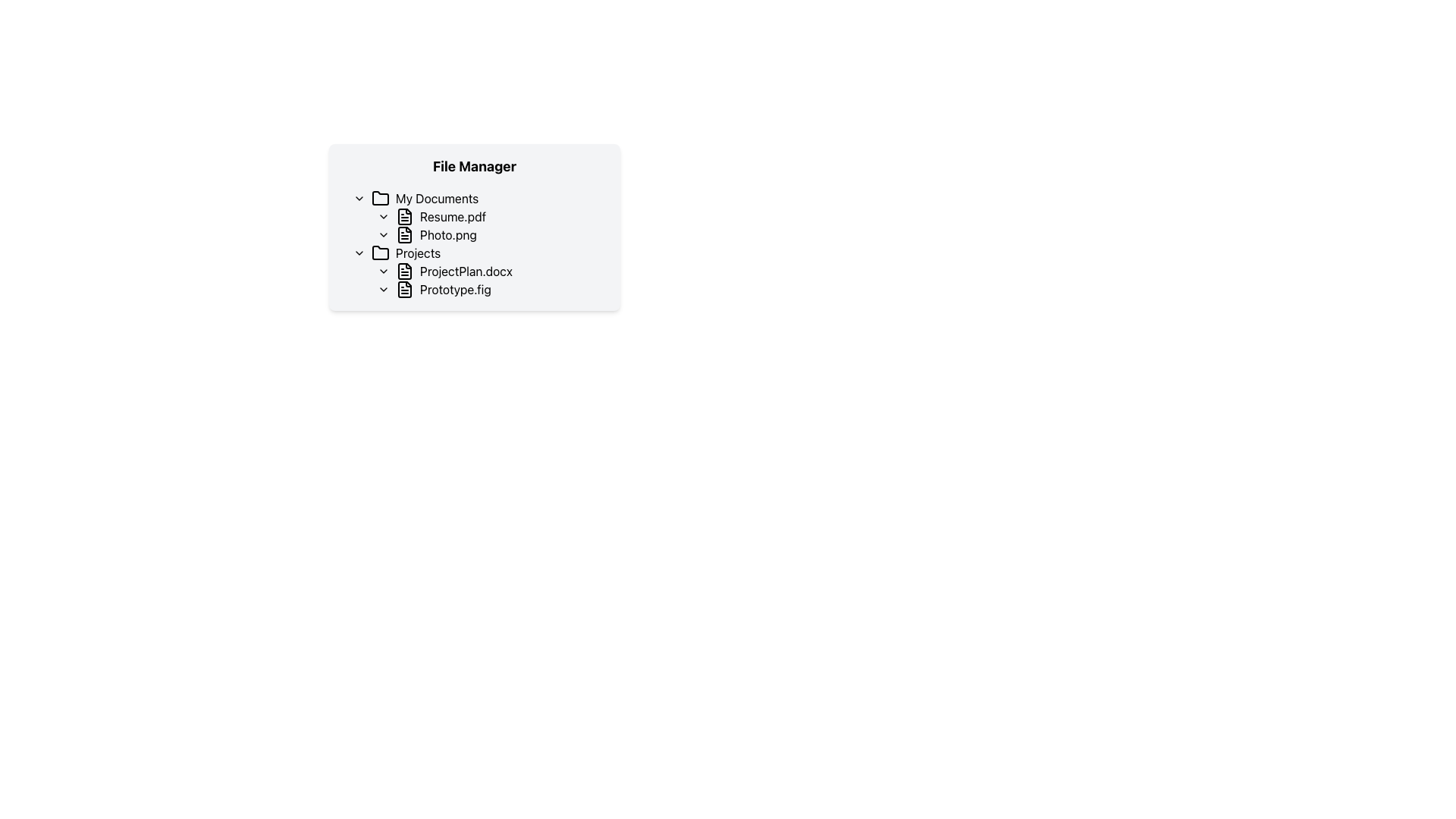 Image resolution: width=1456 pixels, height=819 pixels. Describe the element at coordinates (479, 216) in the screenshot. I see `the file item labeled 'Resume.pdf' in the file explorer` at that location.